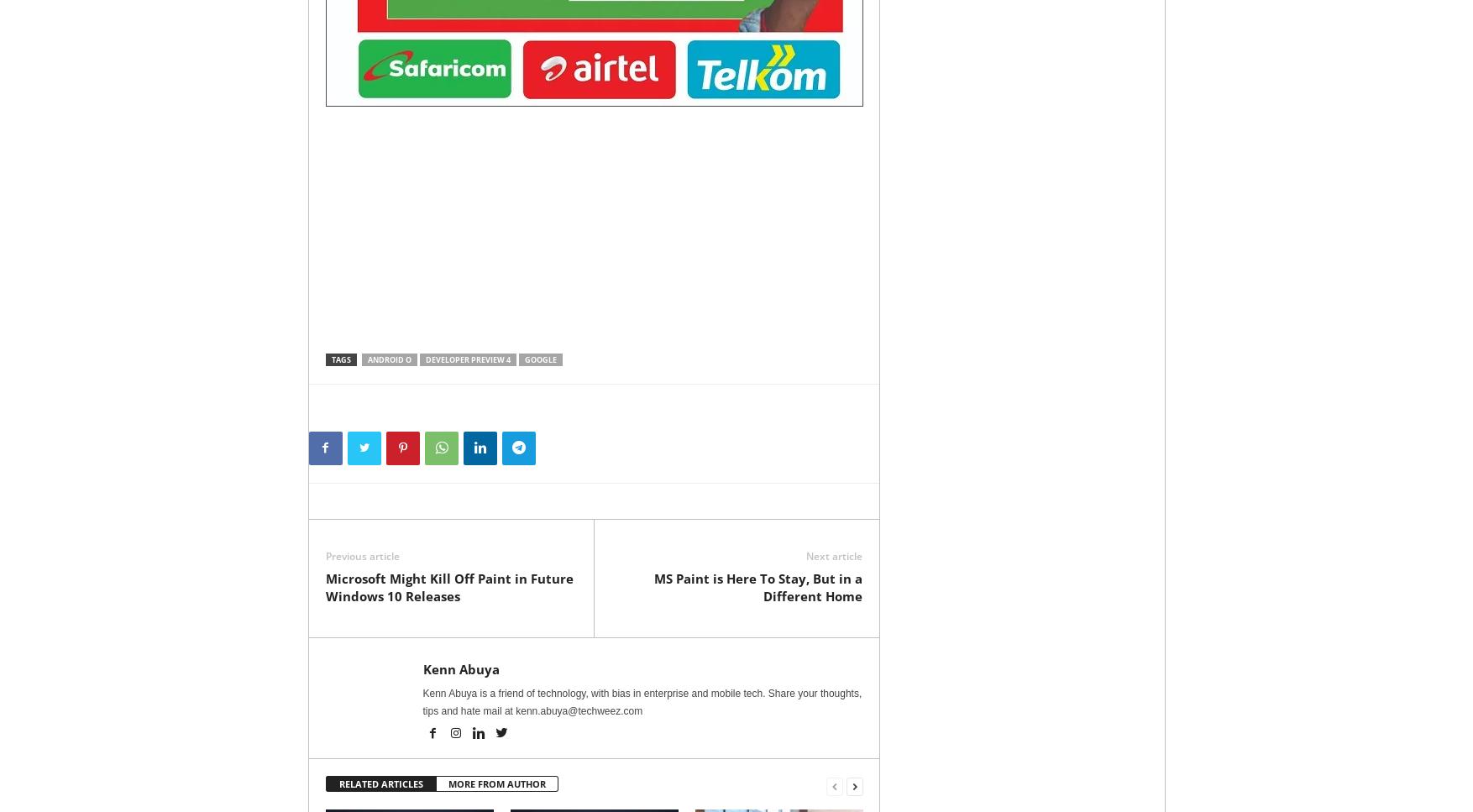 The width and height of the screenshot is (1473, 812). Describe the element at coordinates (361, 555) in the screenshot. I see `'Previous article'` at that location.